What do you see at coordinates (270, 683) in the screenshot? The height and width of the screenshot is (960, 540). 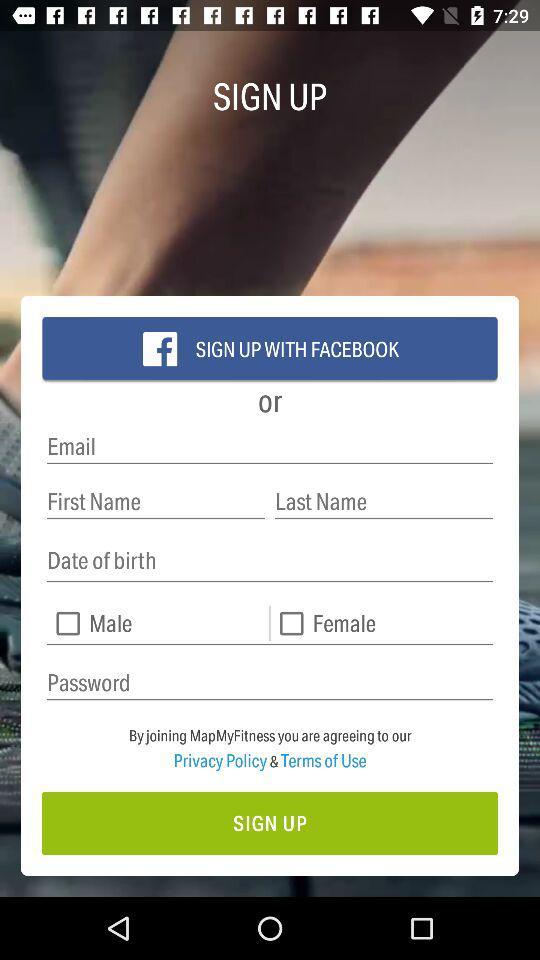 I see `password here` at bounding box center [270, 683].